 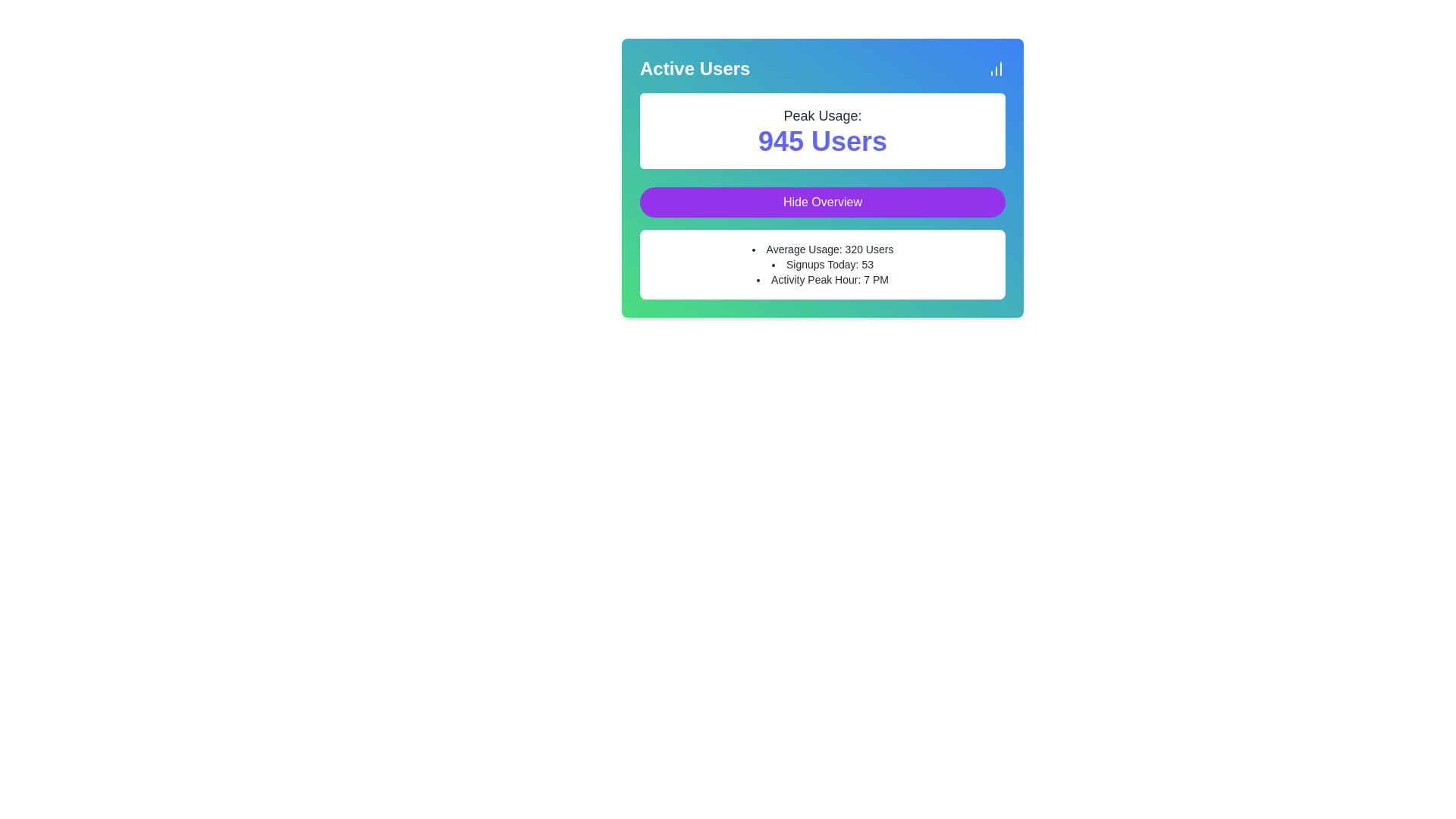 What do you see at coordinates (821, 248) in the screenshot?
I see `the bullet point text displaying 'Average Usage: 320 Users' to engage with surrounding elements` at bounding box center [821, 248].